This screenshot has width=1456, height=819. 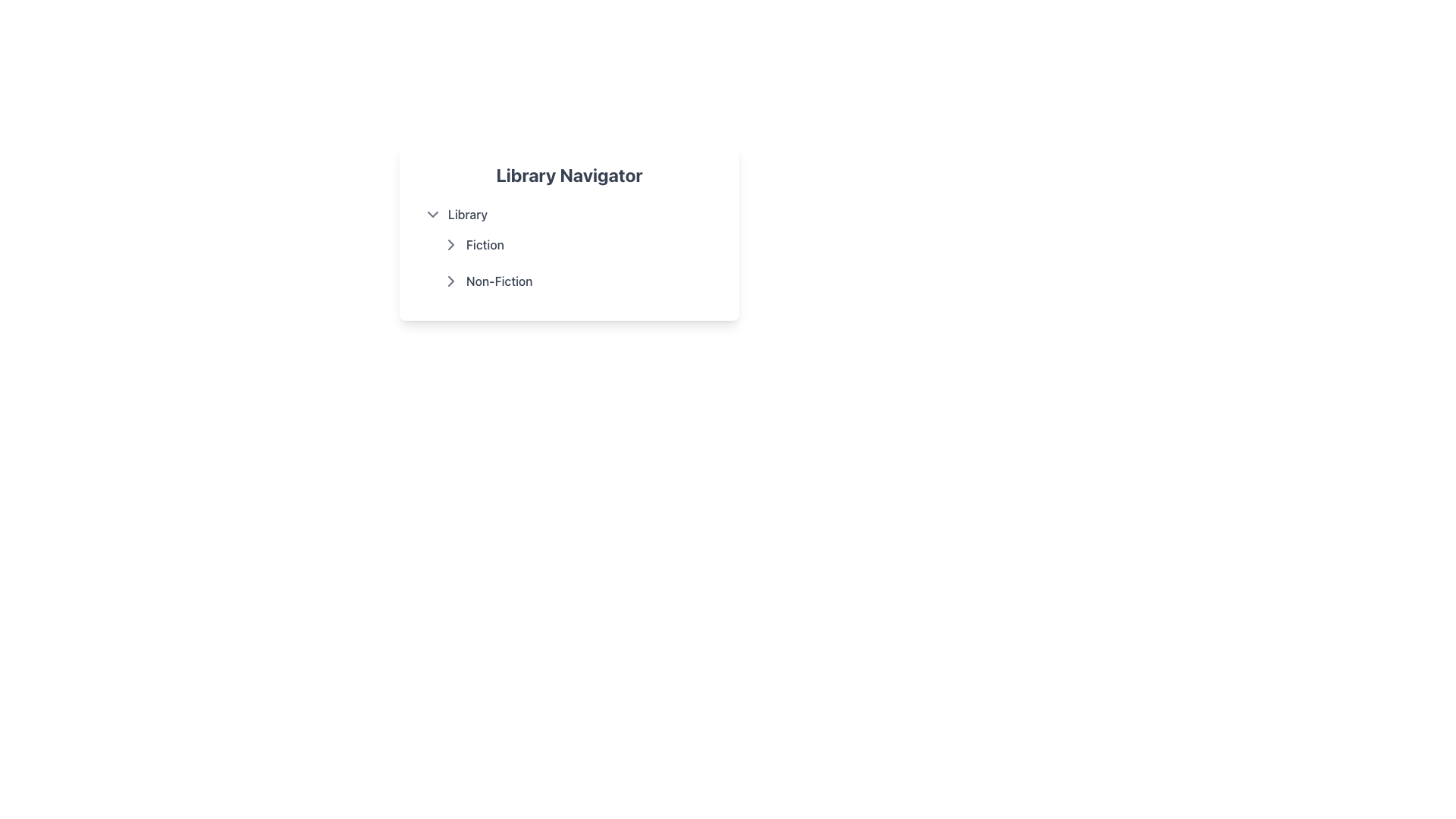 What do you see at coordinates (450, 281) in the screenshot?
I see `the chevron icon located in the vertical navigation menu preceding the 'Non-Fiction' label` at bounding box center [450, 281].